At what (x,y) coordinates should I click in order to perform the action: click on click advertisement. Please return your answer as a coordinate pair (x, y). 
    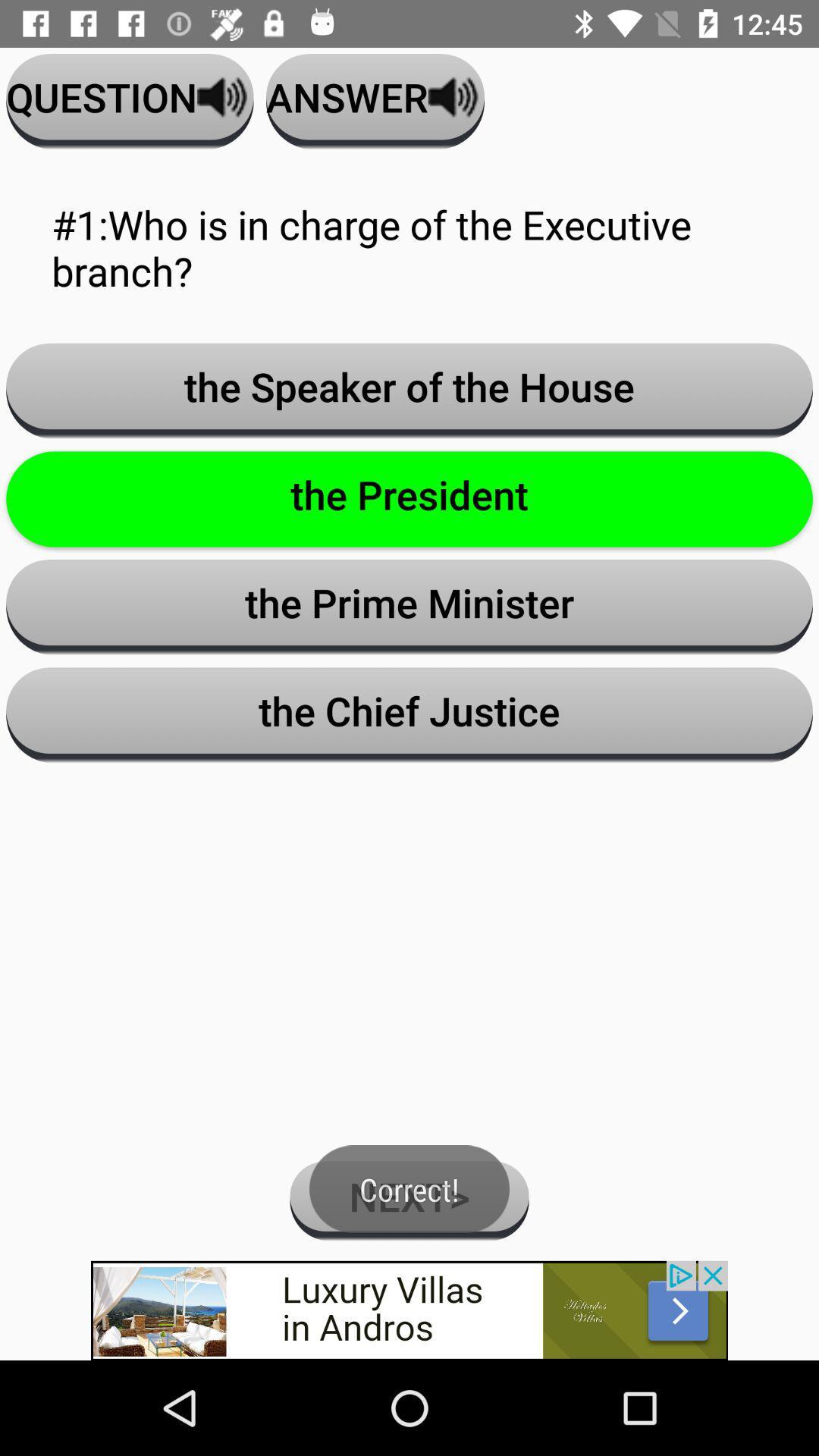
    Looking at the image, I should click on (409, 1310).